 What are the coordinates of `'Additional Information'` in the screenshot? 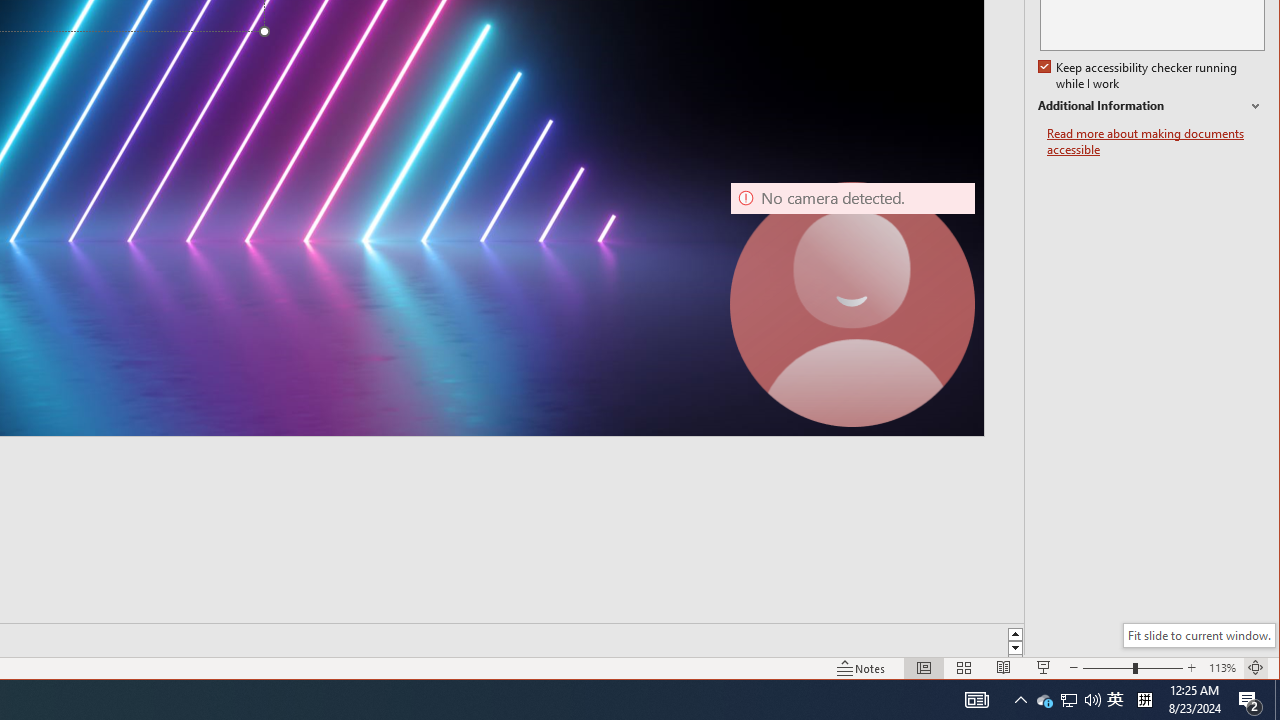 It's located at (1151, 106).